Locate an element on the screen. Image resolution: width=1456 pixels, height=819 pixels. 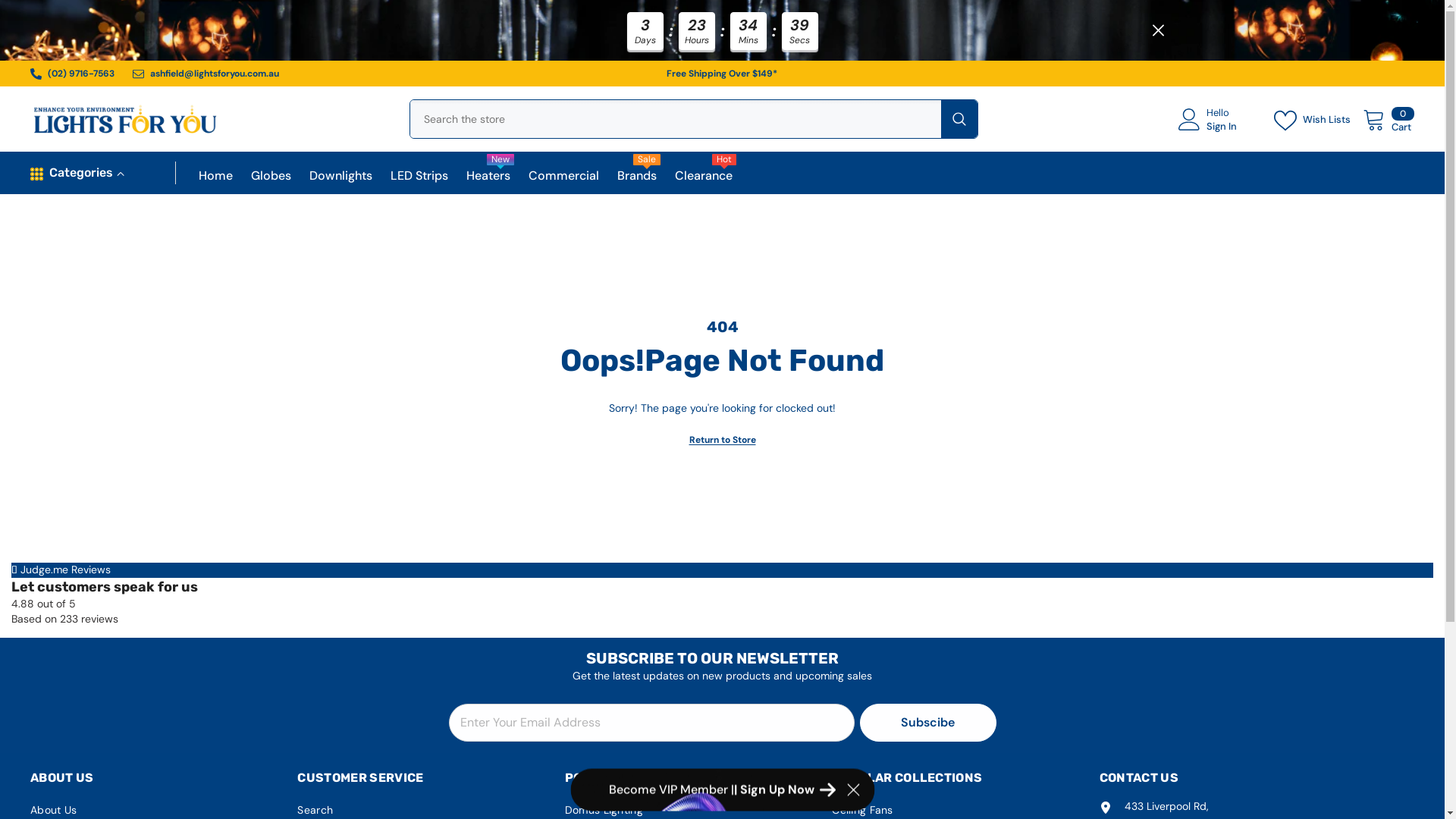
'Hello is located at coordinates (1178, 121).